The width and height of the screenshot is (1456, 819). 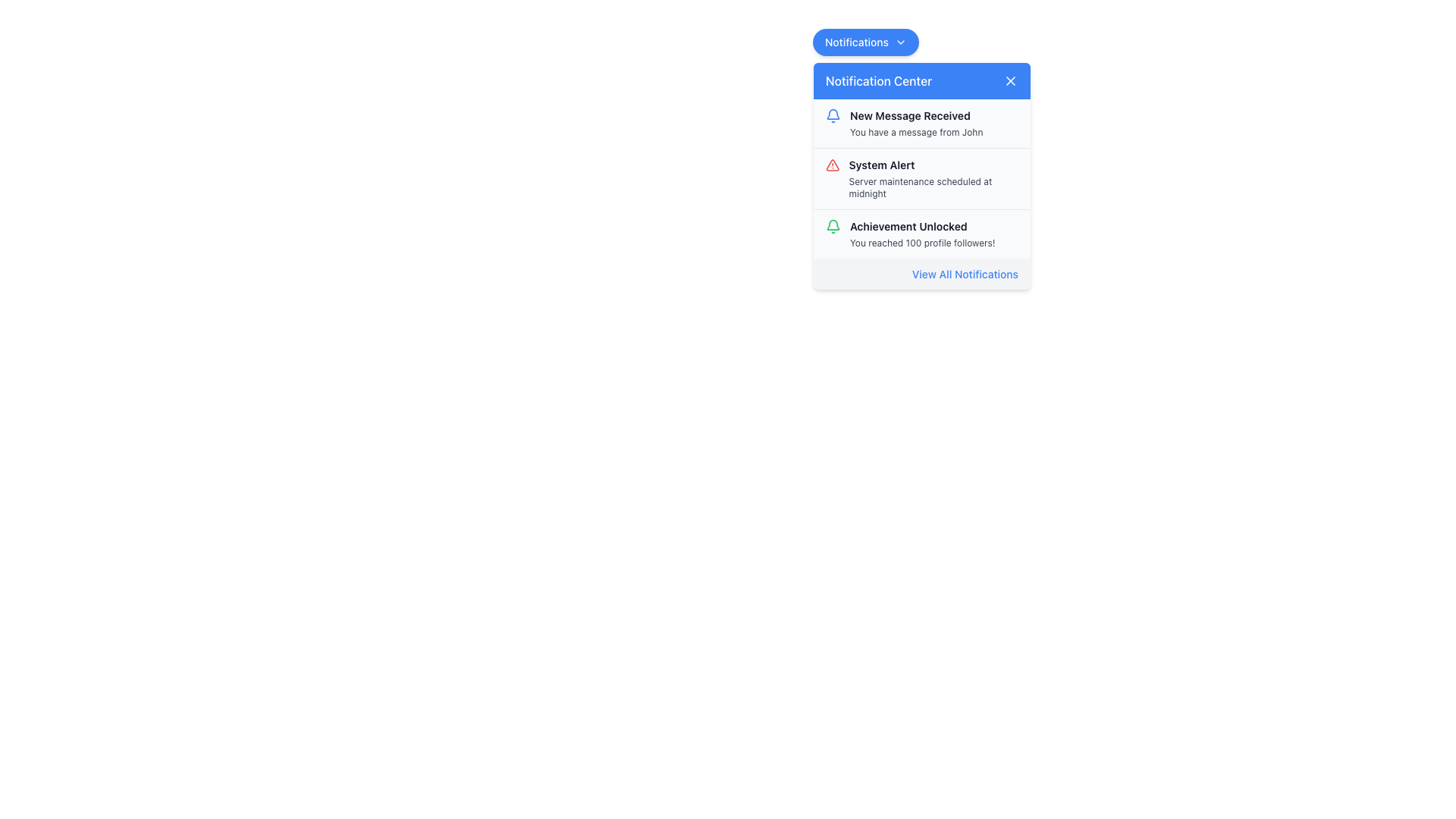 I want to click on text 'Notification Center' from the header bar with a blue background and a small 'X' button on the right side, so click(x=921, y=81).